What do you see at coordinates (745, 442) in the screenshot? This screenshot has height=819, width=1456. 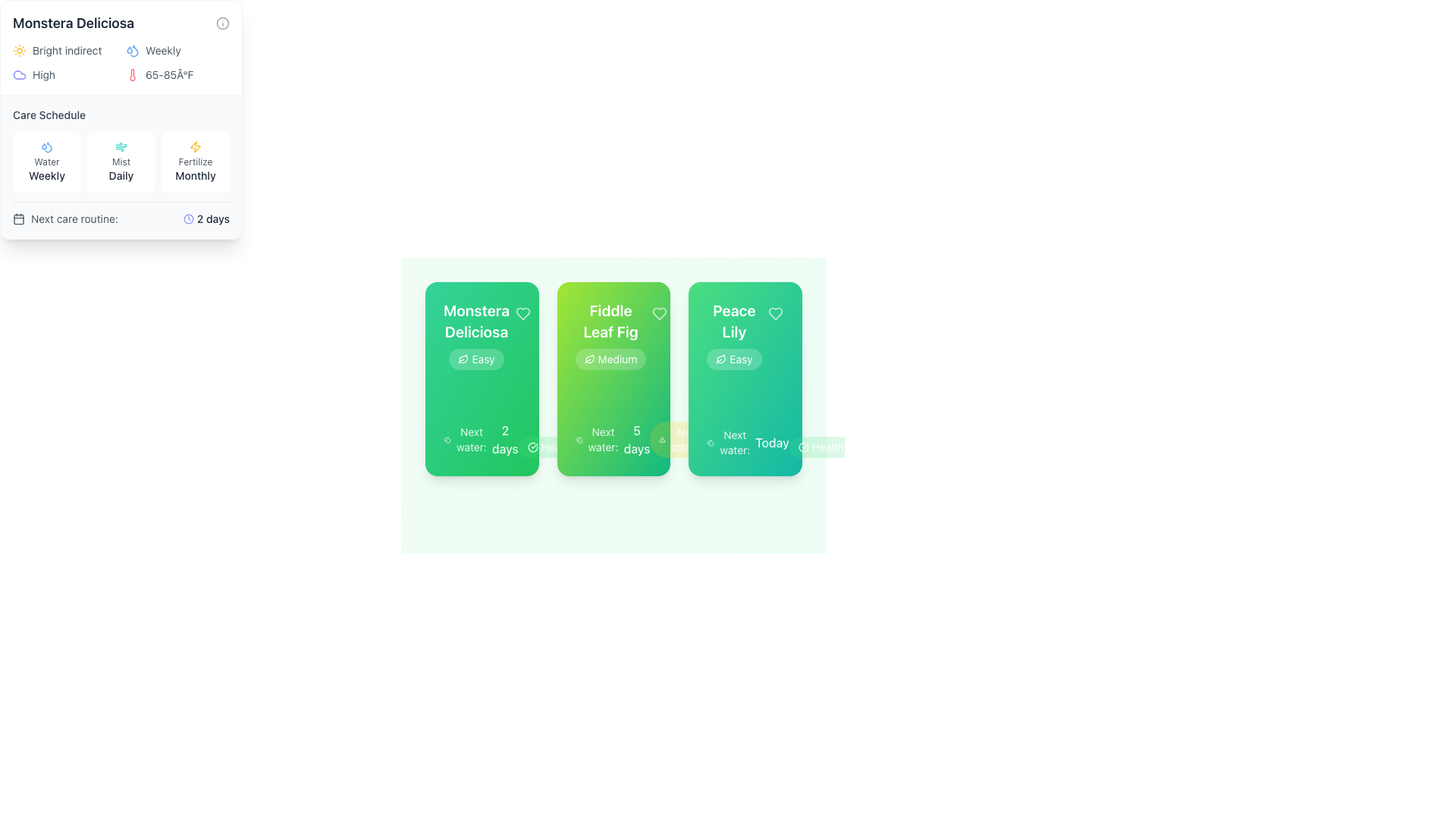 I see `information displayed in the text label showing 'Next water: Today' located in the card for 'Peace Lily' at the bottom center-right` at bounding box center [745, 442].